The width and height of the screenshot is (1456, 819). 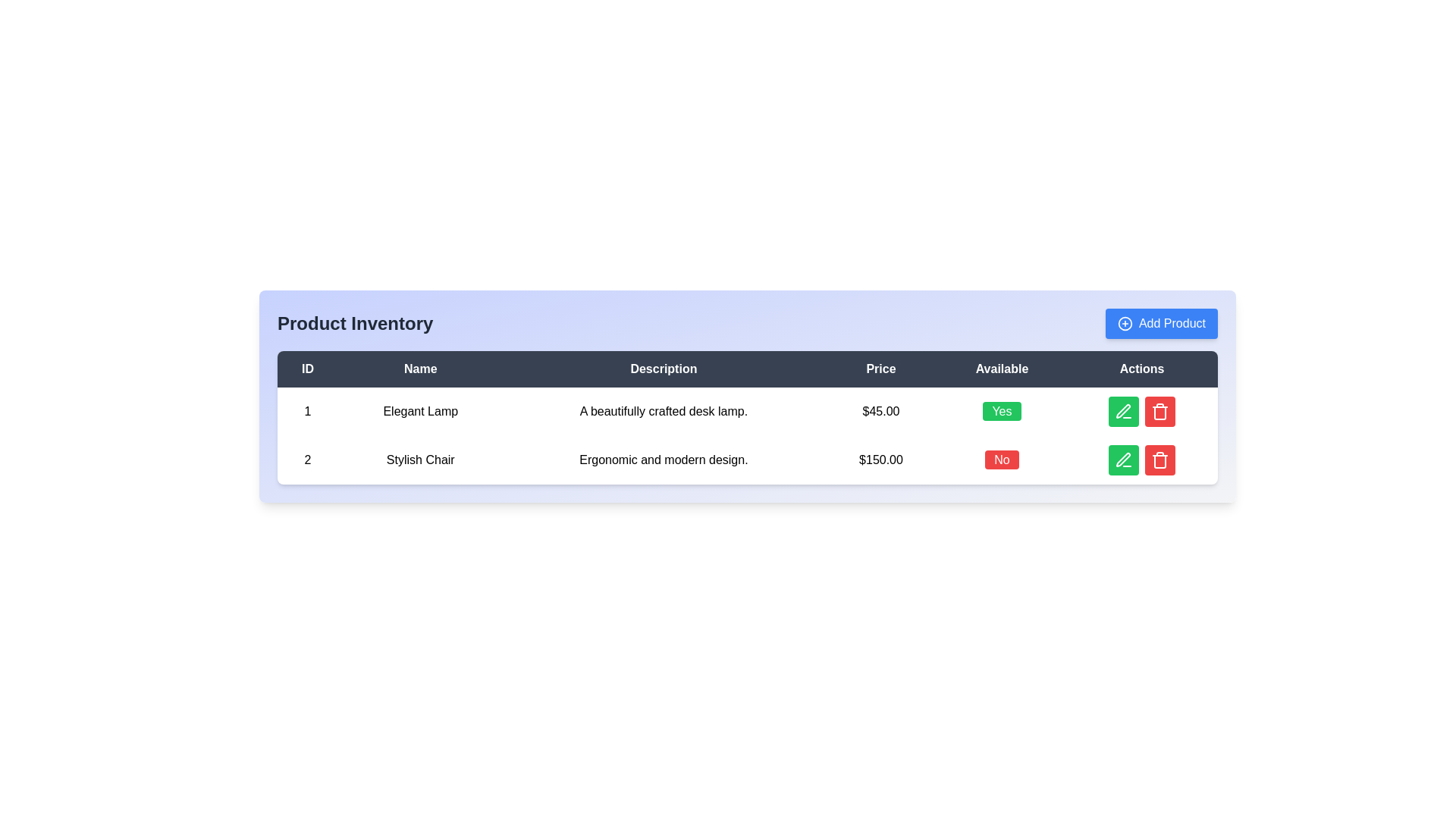 I want to click on the red button with a trash icon located in the 'Actions' column of the second row in the table for the item 'Stylish Chair', so click(x=1142, y=459).